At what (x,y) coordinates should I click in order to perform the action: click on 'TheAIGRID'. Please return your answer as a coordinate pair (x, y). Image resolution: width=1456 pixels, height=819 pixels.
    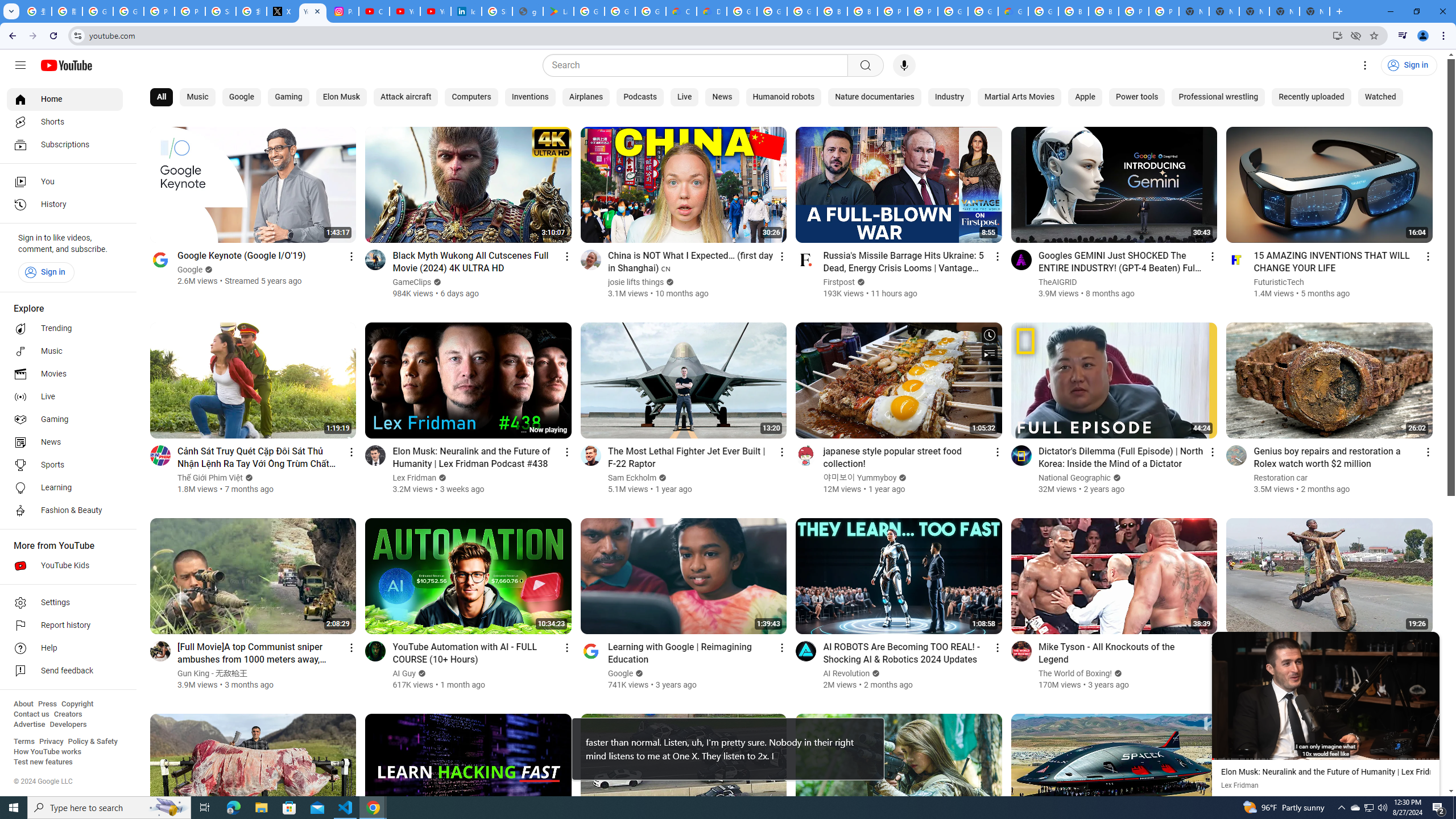
    Looking at the image, I should click on (1057, 282).